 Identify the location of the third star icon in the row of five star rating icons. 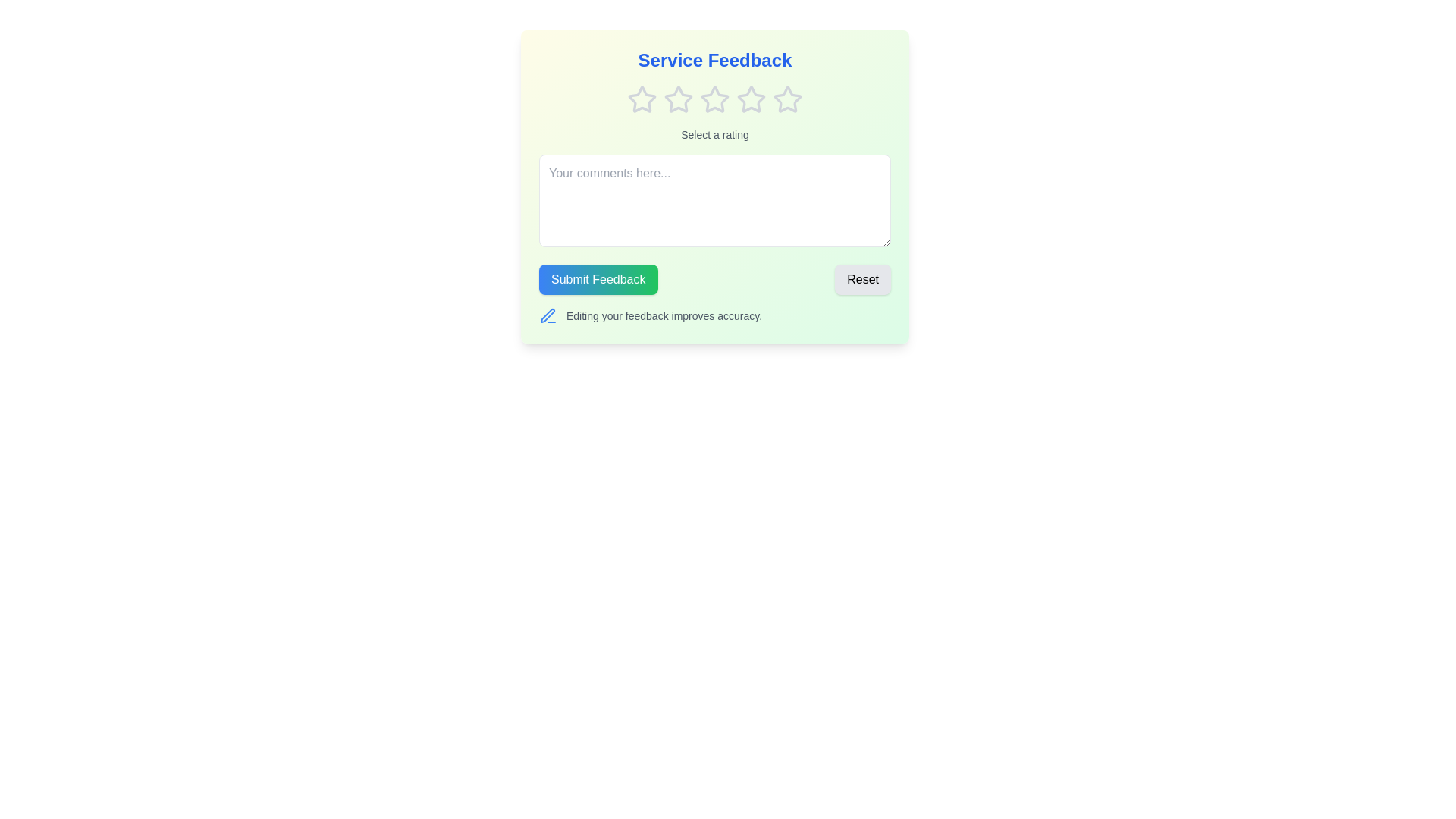
(714, 99).